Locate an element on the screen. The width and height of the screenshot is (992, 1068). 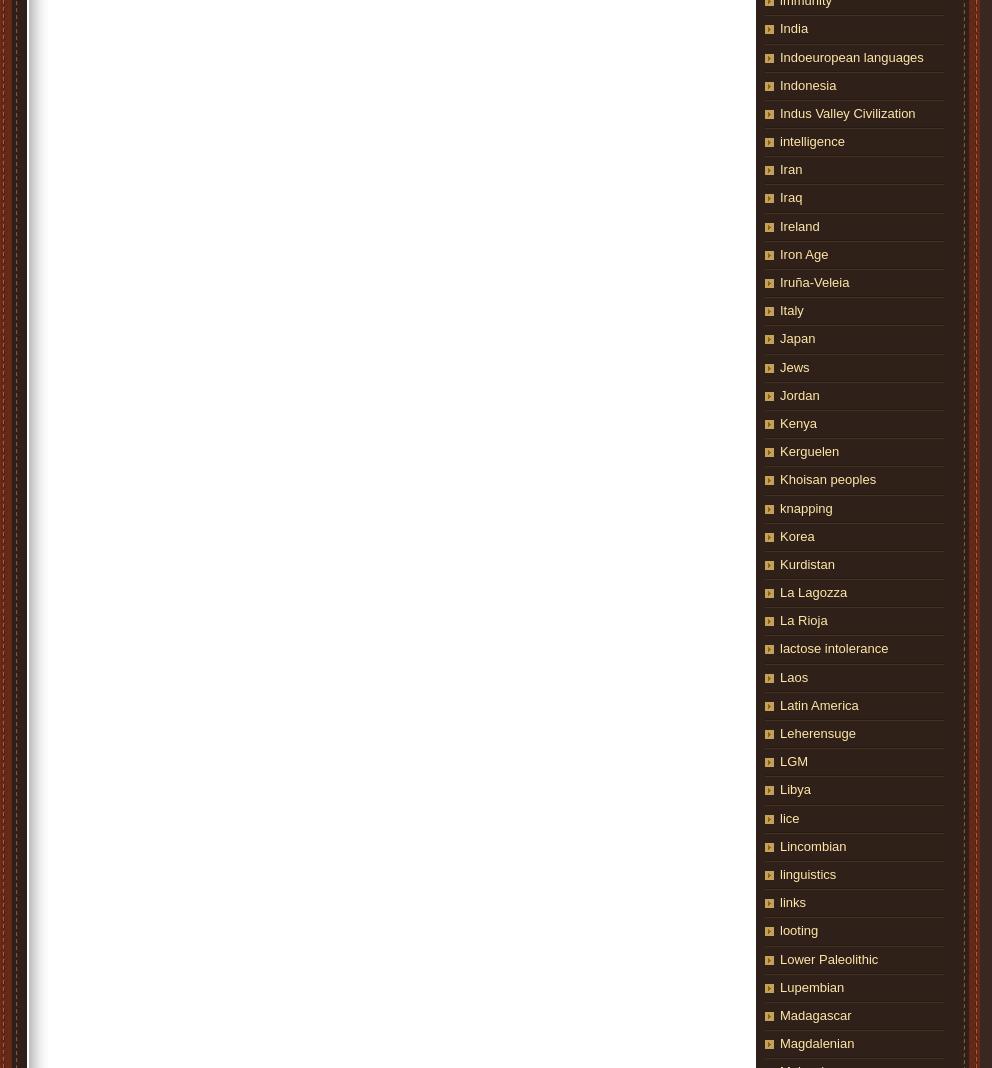
'Lincombian' is located at coordinates (813, 844).